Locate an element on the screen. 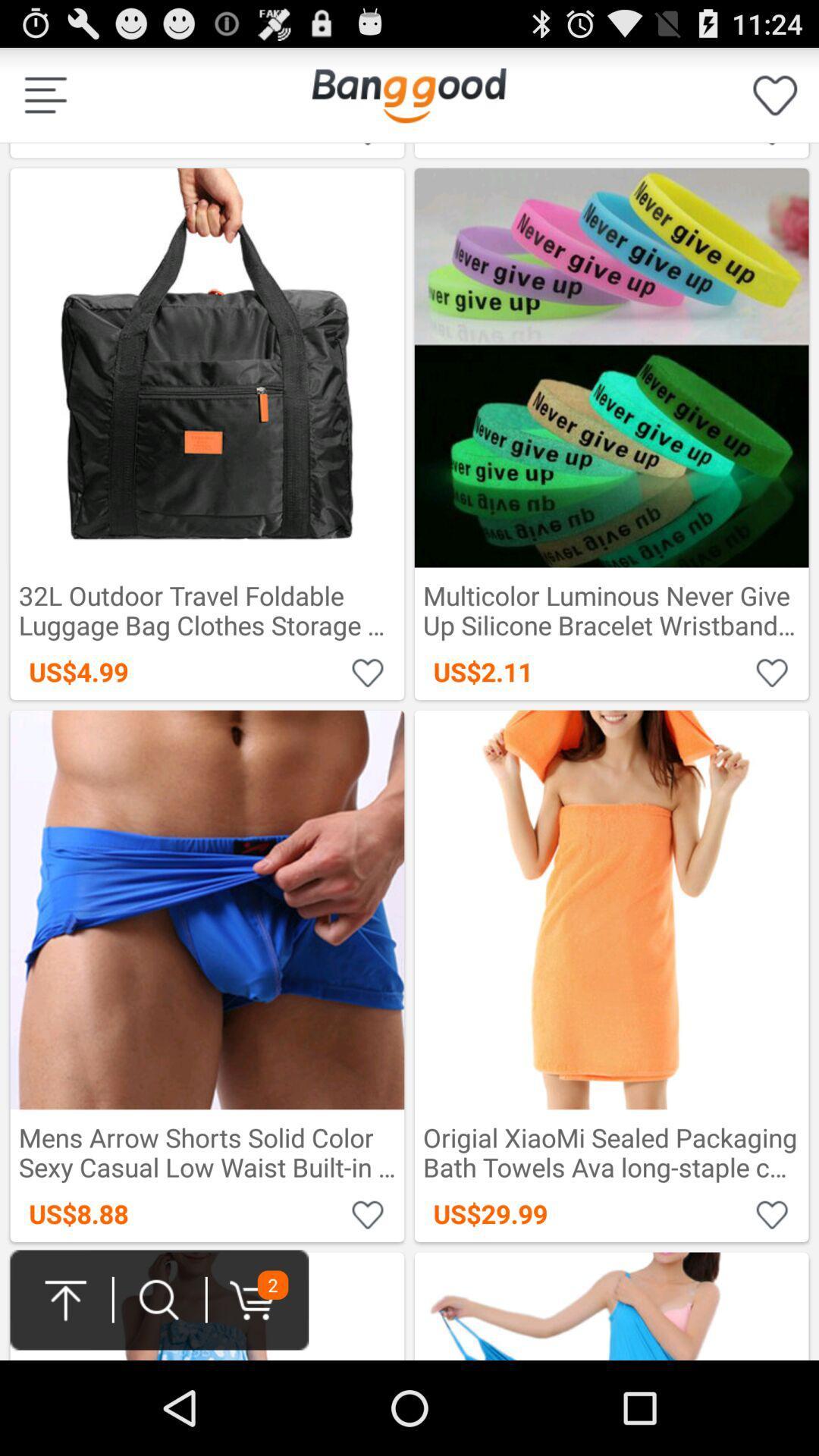 The width and height of the screenshot is (819, 1456). favorite is located at coordinates (772, 1213).